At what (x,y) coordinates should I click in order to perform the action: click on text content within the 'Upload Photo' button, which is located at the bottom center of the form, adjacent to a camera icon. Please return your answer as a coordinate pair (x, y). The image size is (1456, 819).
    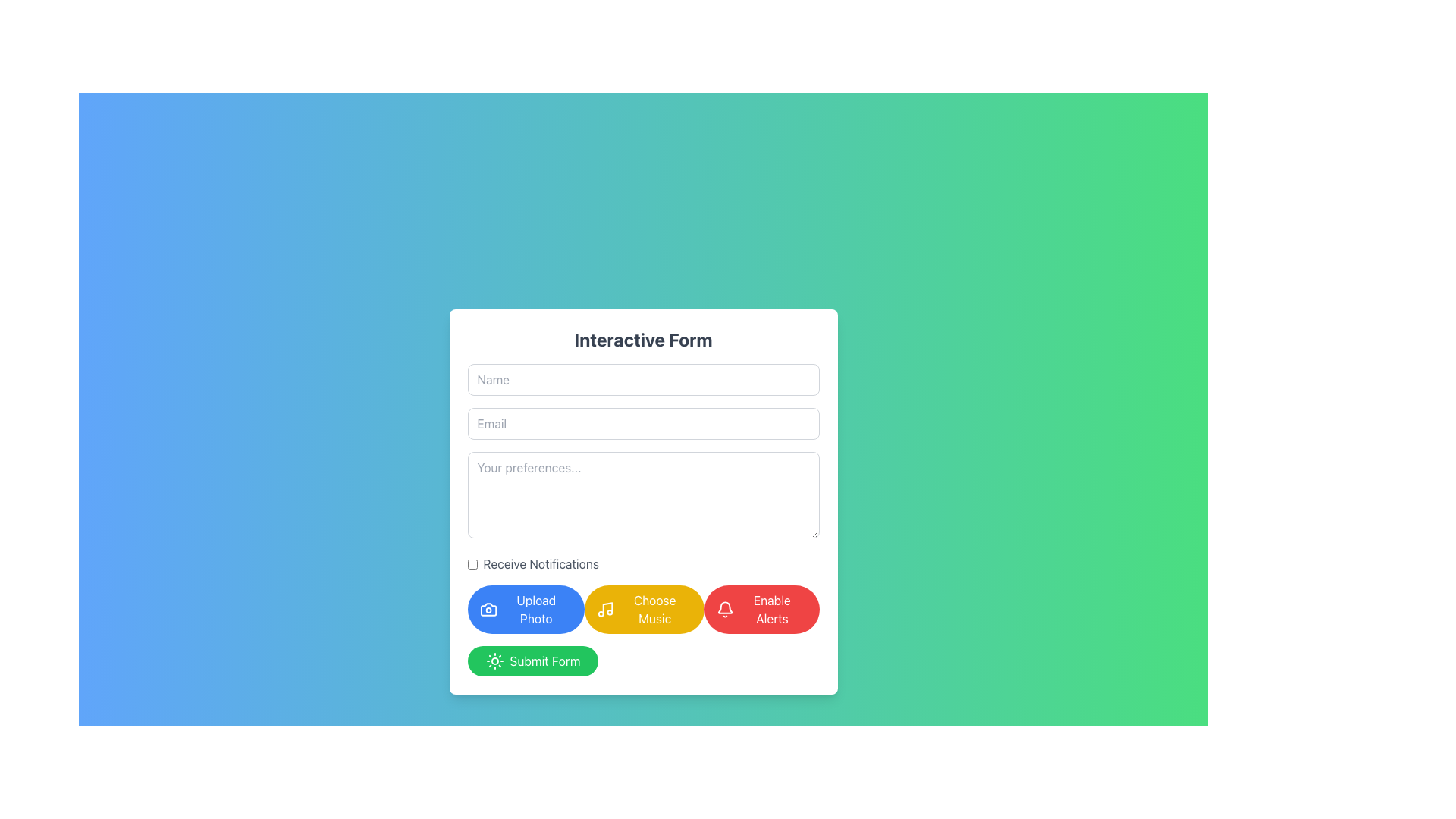
    Looking at the image, I should click on (536, 608).